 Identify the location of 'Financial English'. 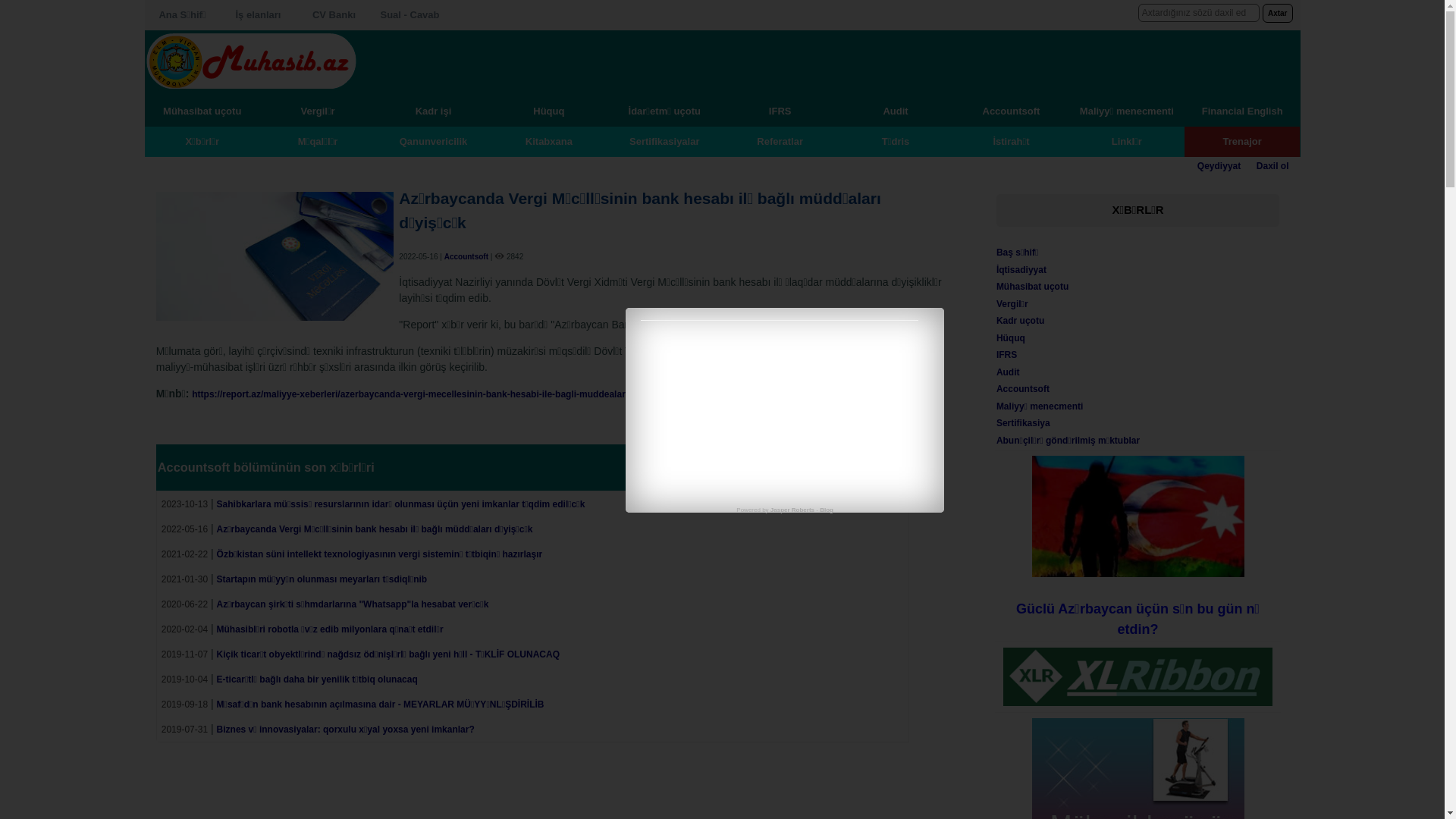
(1241, 110).